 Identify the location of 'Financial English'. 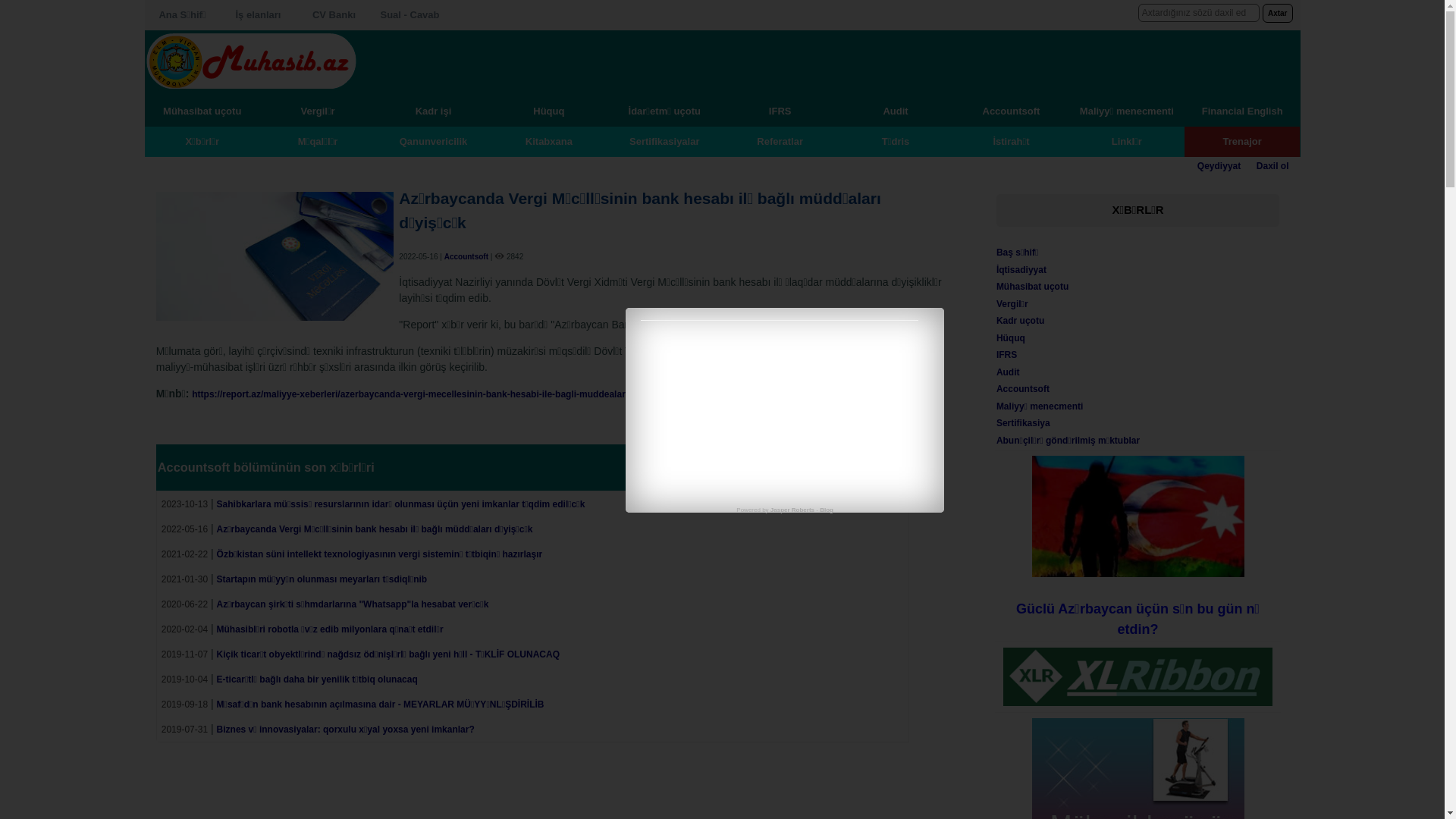
(1241, 110).